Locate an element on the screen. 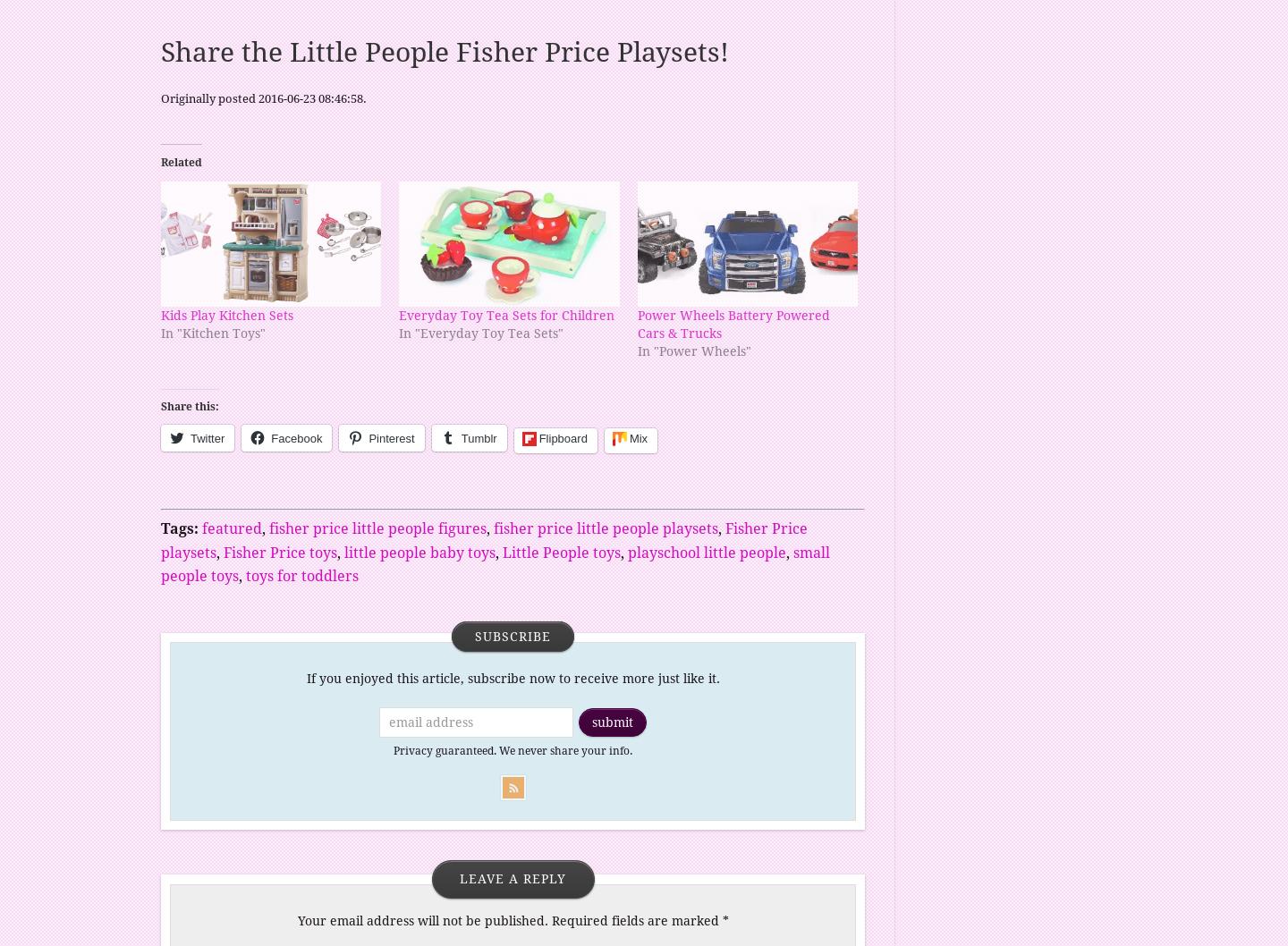 The height and width of the screenshot is (946, 1288). 'Leave a Reply' is located at coordinates (513, 877).